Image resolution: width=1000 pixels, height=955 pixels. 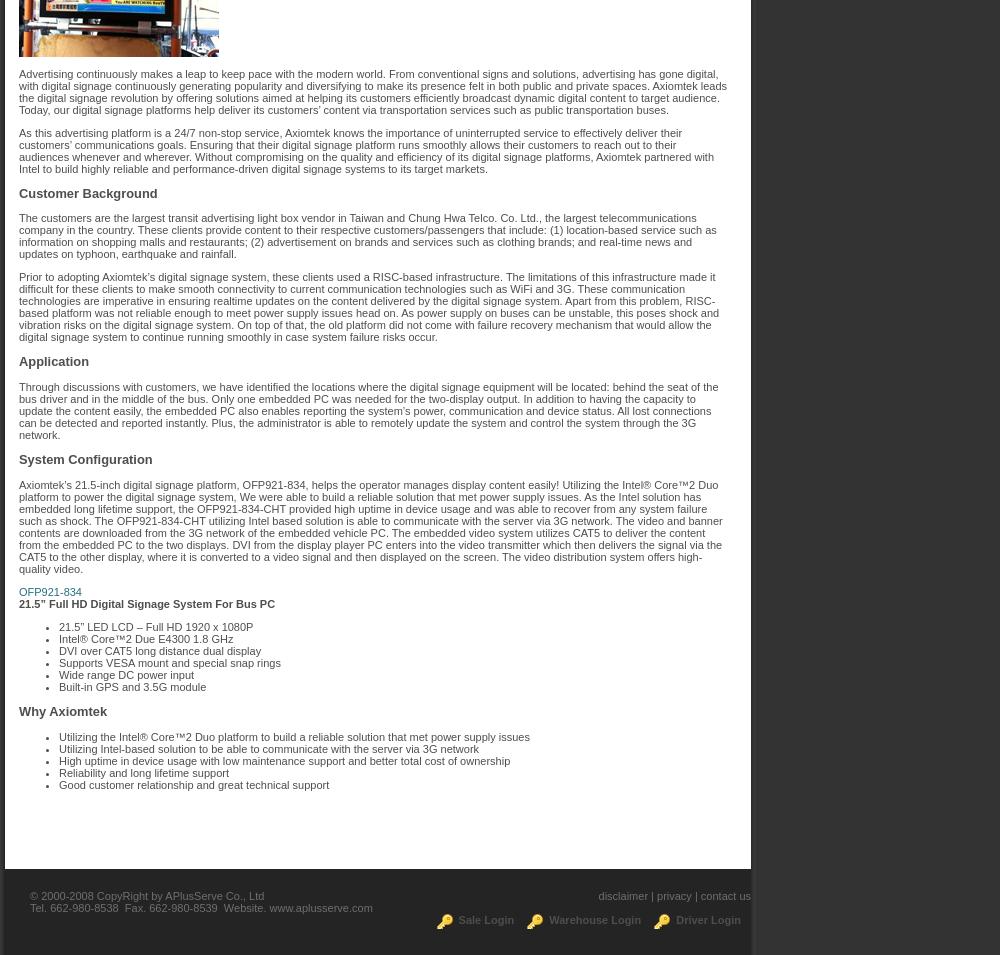 What do you see at coordinates (156, 626) in the screenshot?
I see `'21.5” LED LCD – Full HD 1920 x 1080P'` at bounding box center [156, 626].